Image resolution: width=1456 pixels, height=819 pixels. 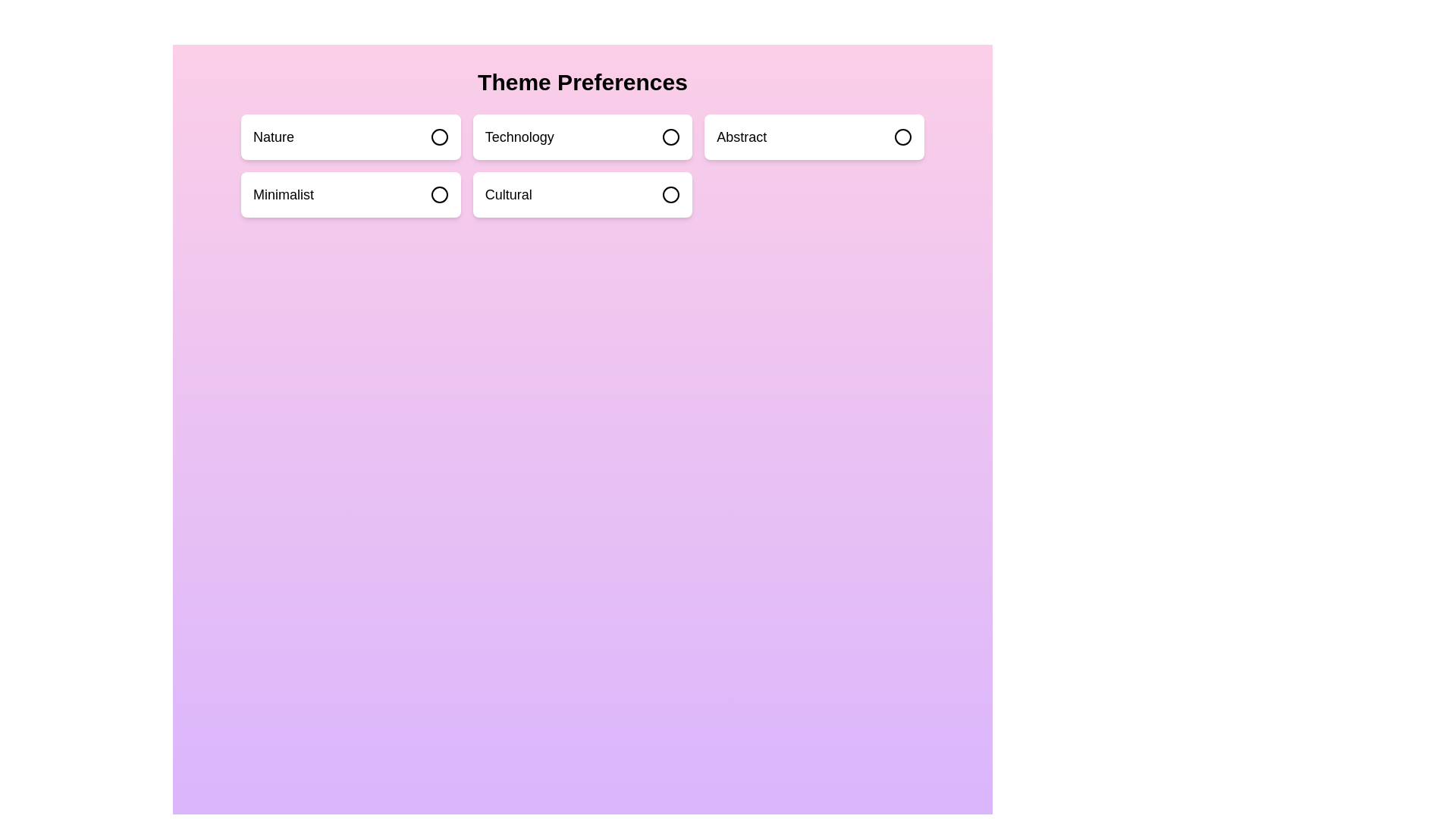 What do you see at coordinates (349, 137) in the screenshot?
I see `the theme box labeled Nature` at bounding box center [349, 137].